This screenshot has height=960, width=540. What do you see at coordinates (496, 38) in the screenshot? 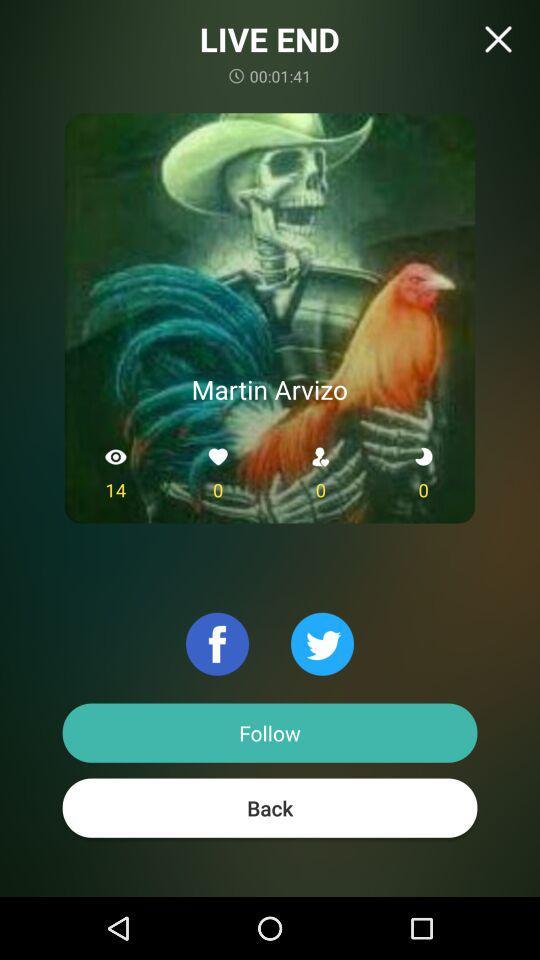
I see `the close icon` at bounding box center [496, 38].